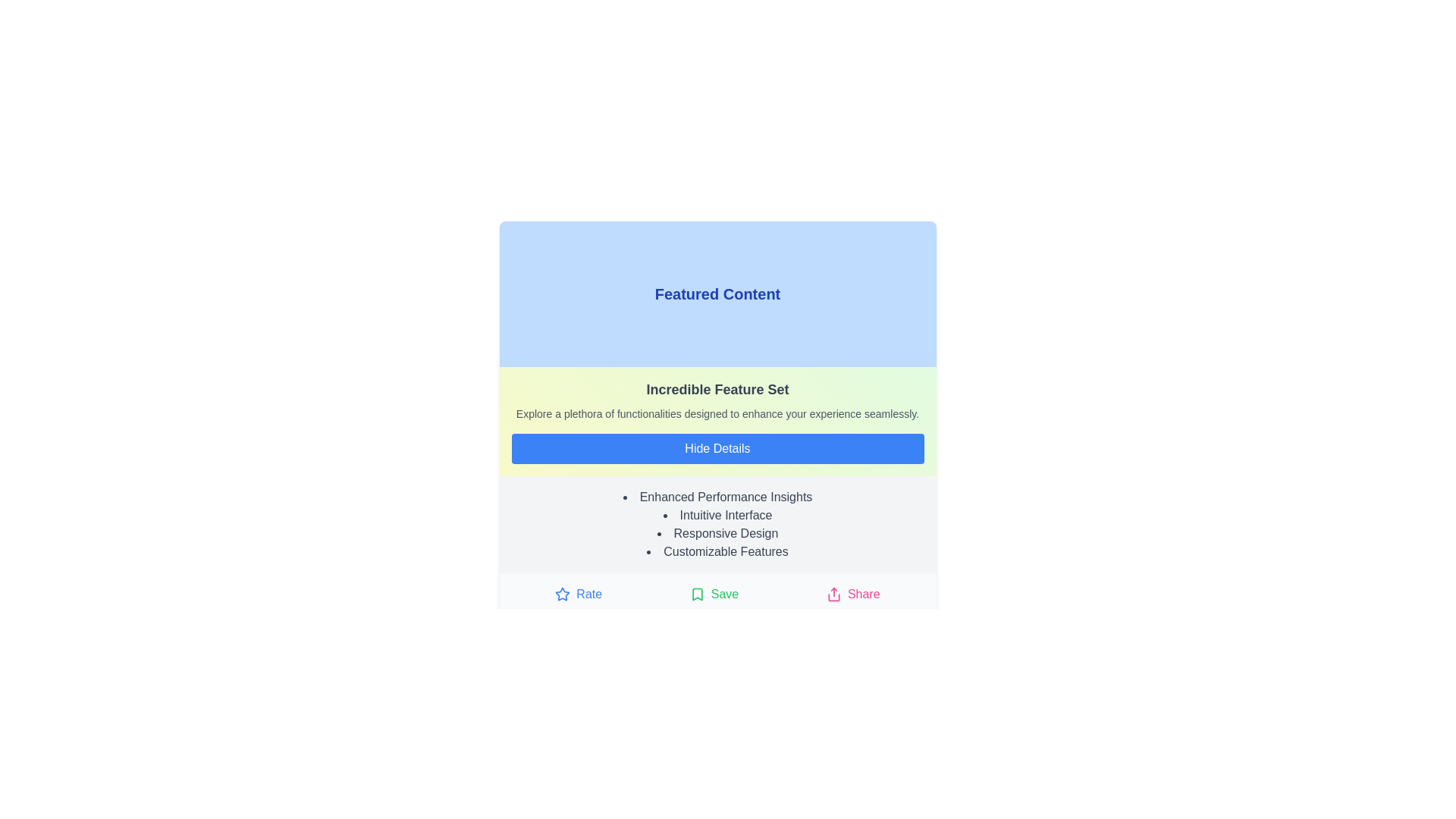  Describe the element at coordinates (853, 593) in the screenshot. I see `the 'Share' button, which is the rightmost button in a group of three buttons labeled 'Rate', 'Save', and 'Share'` at that location.